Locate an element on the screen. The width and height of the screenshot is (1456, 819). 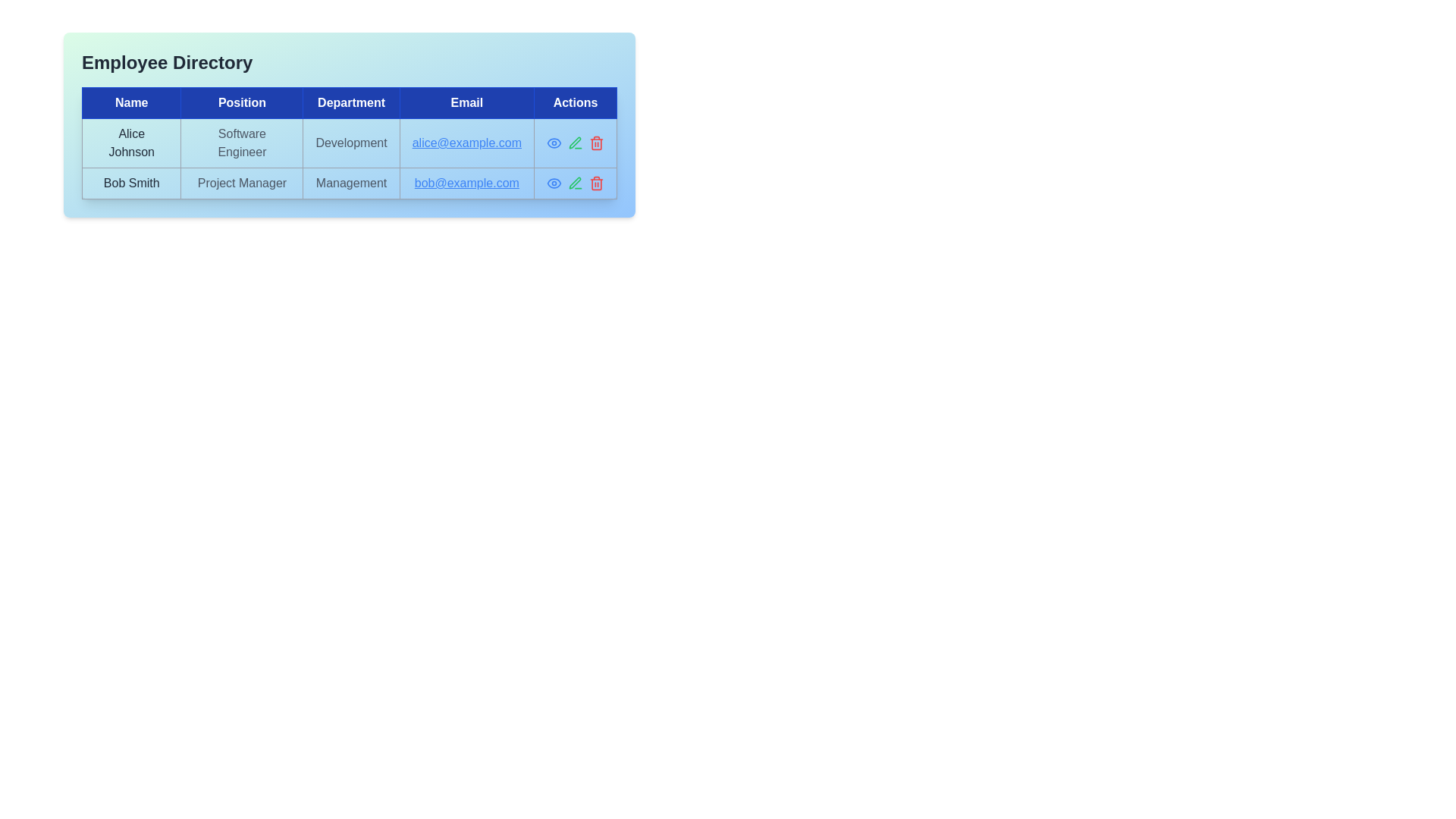
the label displaying the text 'Alice Johnson' in the employee directory table, located in the first row under the 'Name' column is located at coordinates (131, 143).